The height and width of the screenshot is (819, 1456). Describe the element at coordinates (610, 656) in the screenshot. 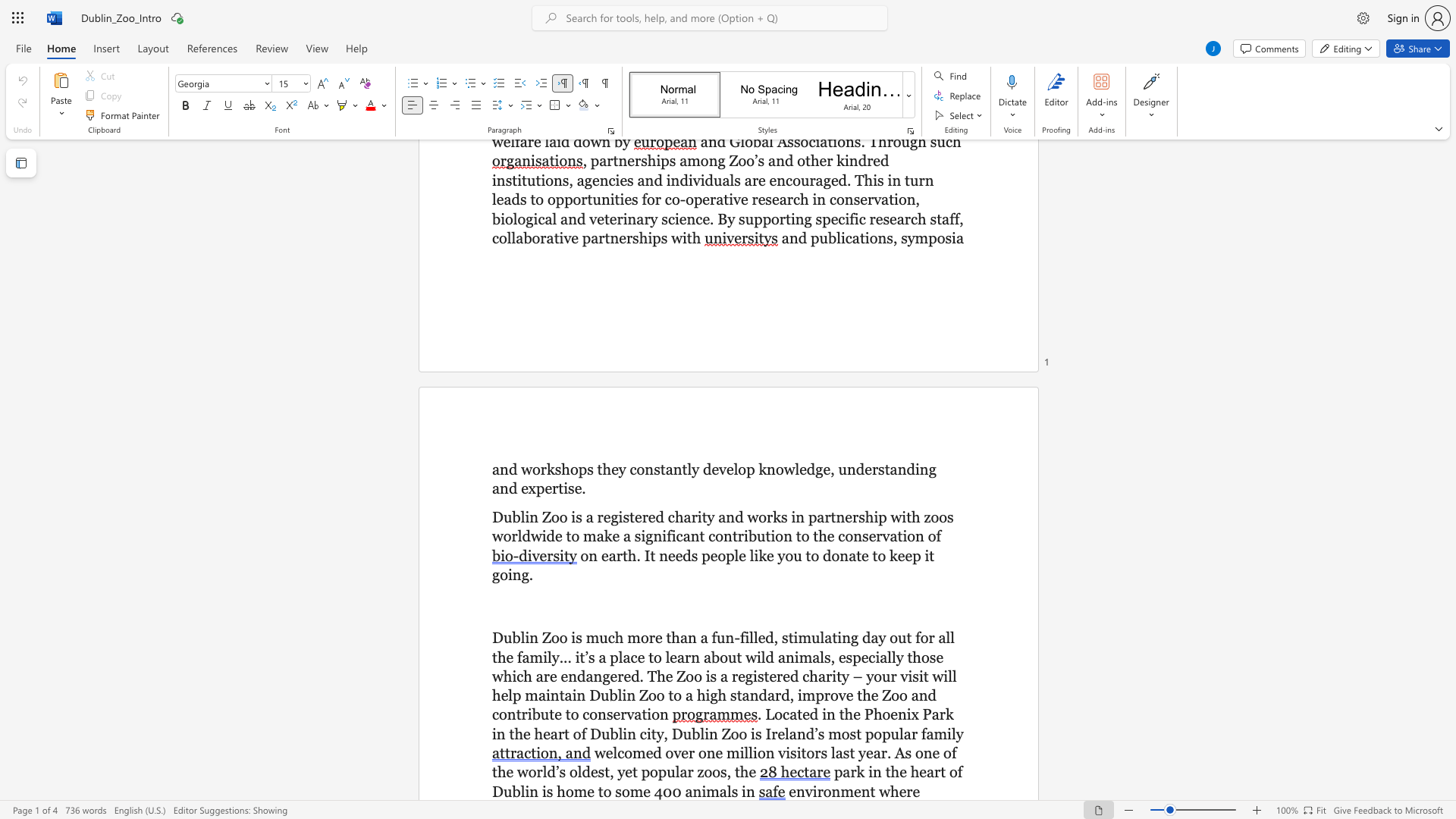

I see `the subset text "place to learn about wild animals, especially those which are endangered. The Zoo is a registered charity – your visit wil" within the text "a place to learn about wild animals, especially those which are endangered. The Zoo is a registered charity – your visit will help"` at that location.